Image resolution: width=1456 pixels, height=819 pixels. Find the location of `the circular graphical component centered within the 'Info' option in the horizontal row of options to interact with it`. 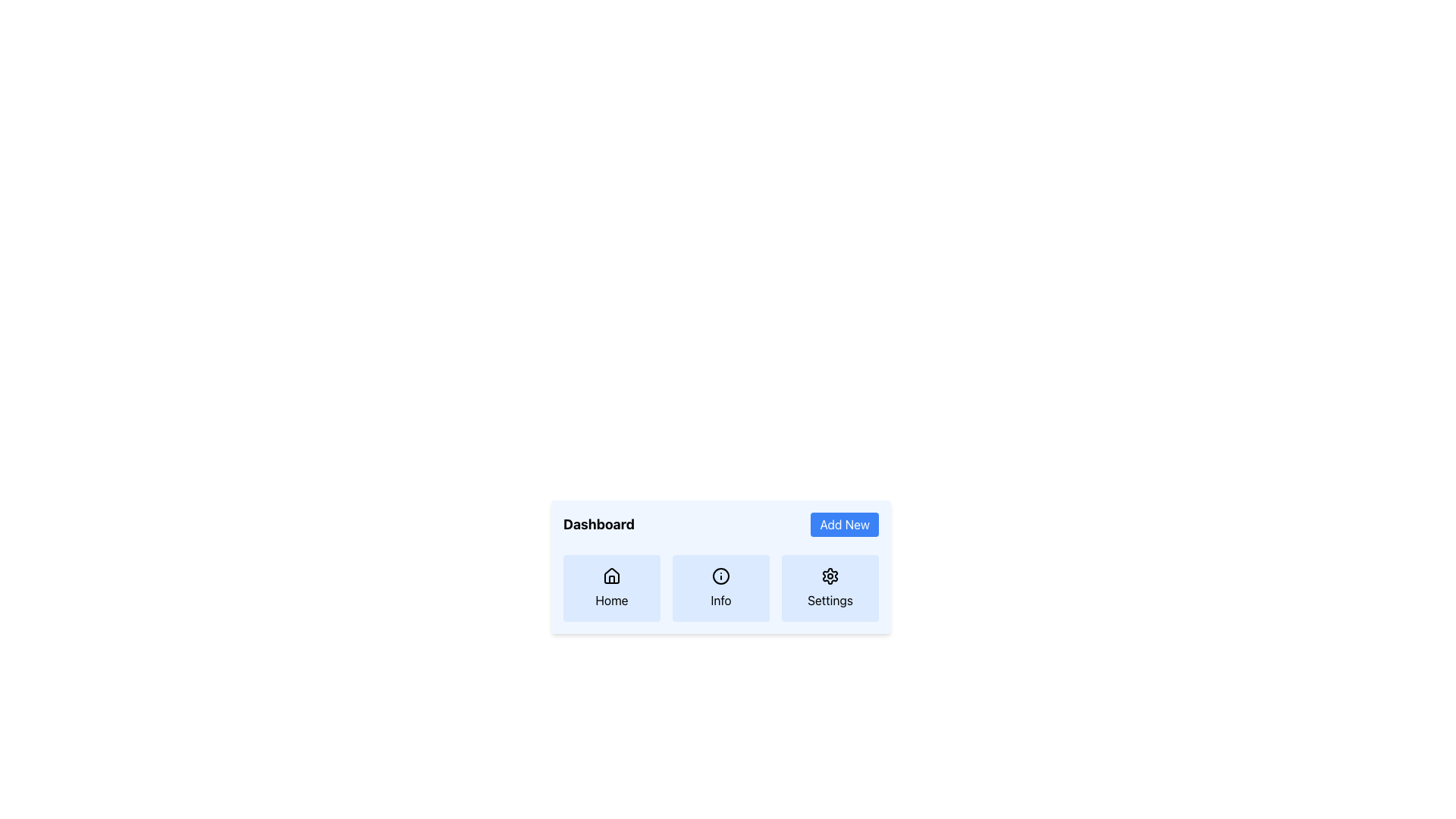

the circular graphical component centered within the 'Info' option in the horizontal row of options to interact with it is located at coordinates (720, 576).